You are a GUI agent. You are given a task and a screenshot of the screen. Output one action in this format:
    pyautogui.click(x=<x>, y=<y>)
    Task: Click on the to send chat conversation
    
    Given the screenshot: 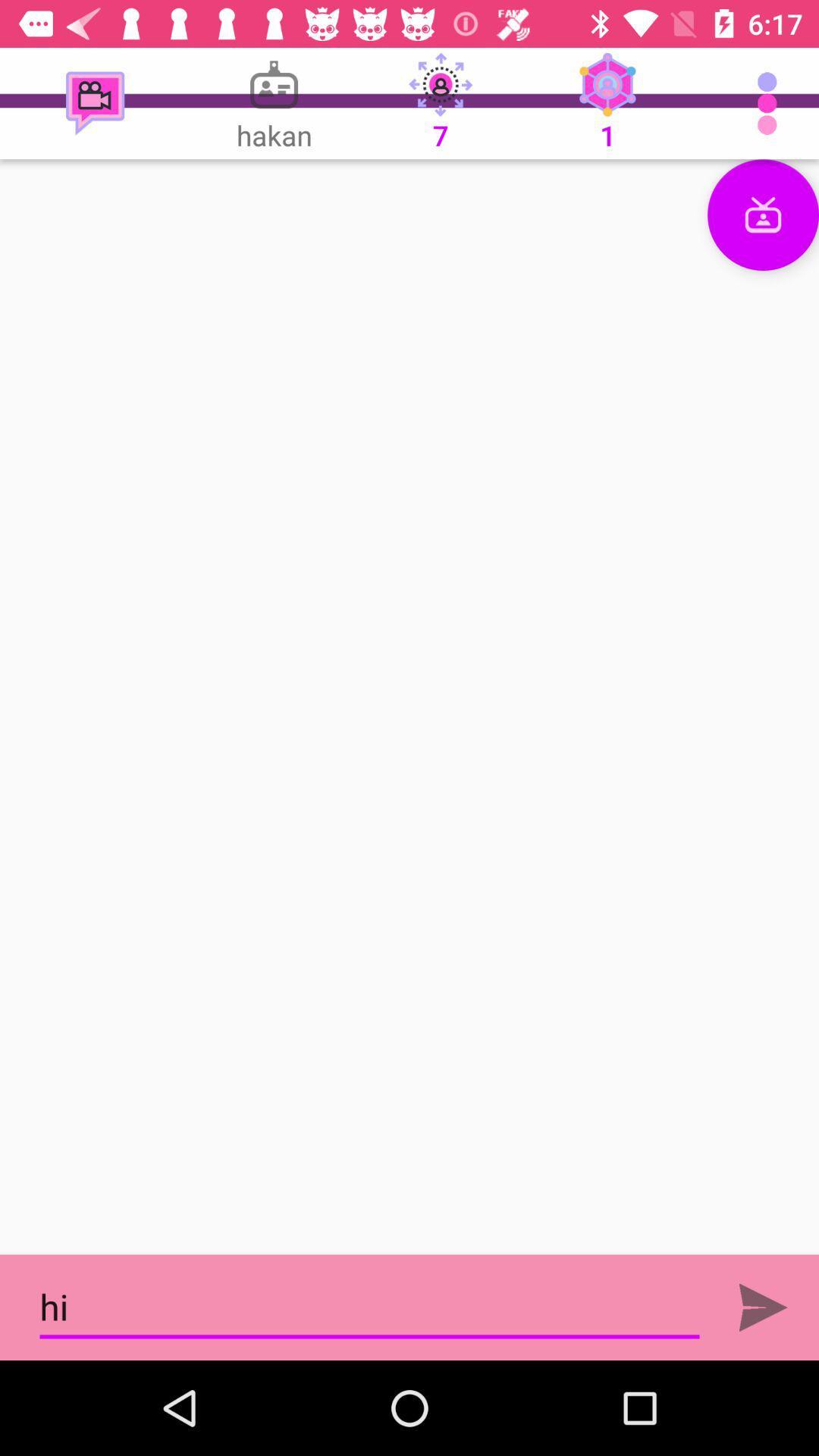 What is the action you would take?
    pyautogui.click(x=763, y=1307)
    